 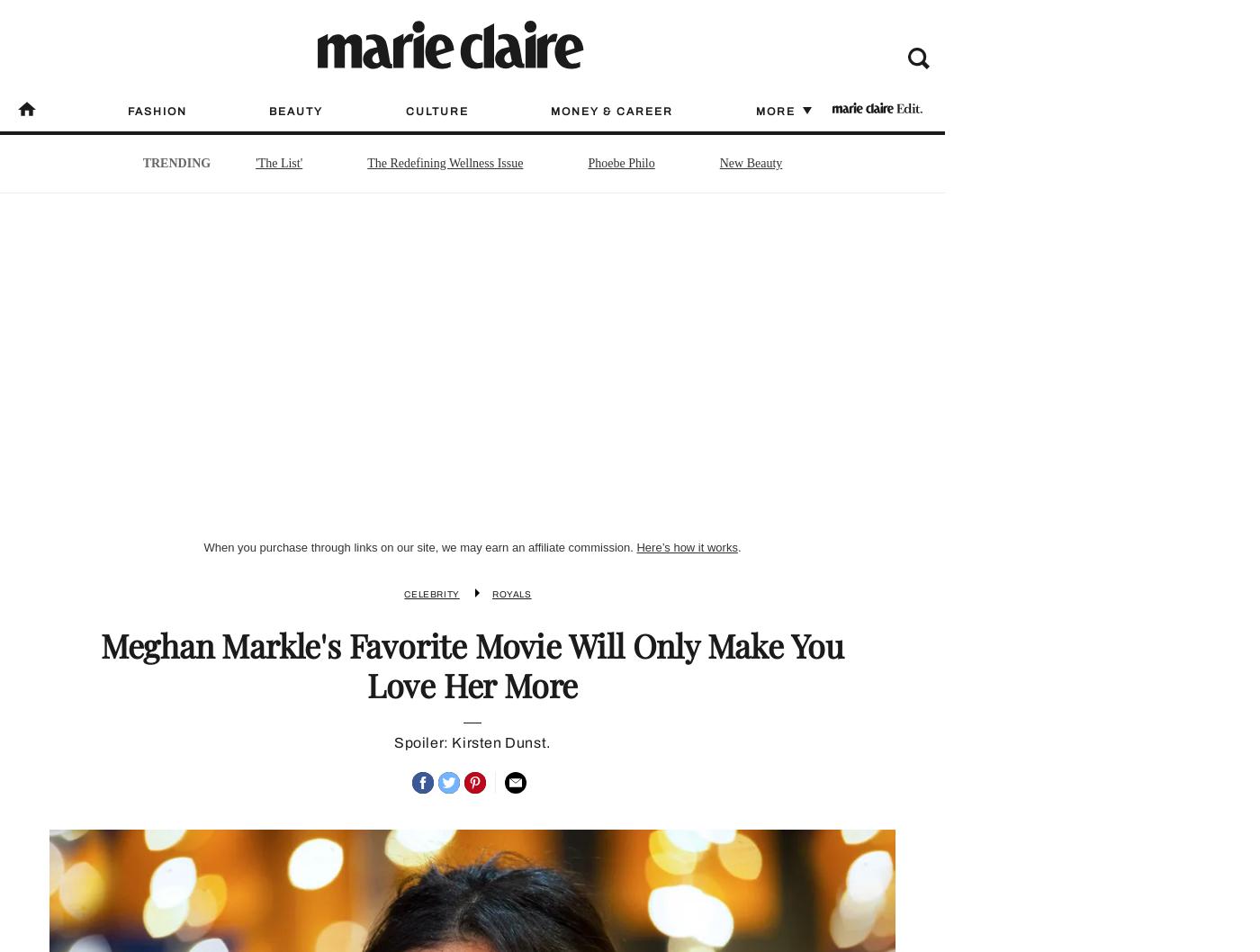 What do you see at coordinates (755, 110) in the screenshot?
I see `'More'` at bounding box center [755, 110].